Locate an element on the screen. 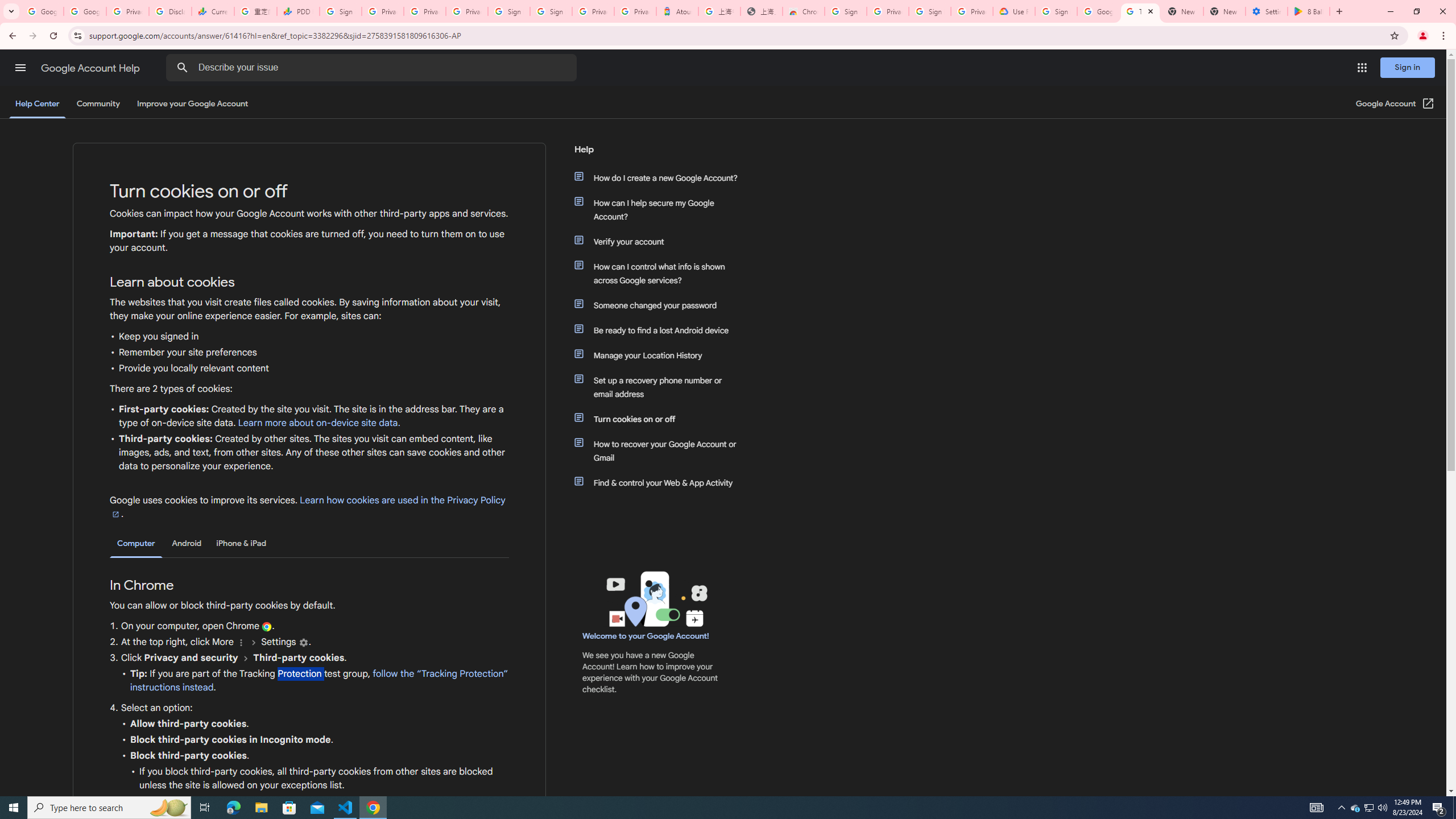 This screenshot has width=1456, height=819. 'Describe your issue' is located at coordinates (373, 67).